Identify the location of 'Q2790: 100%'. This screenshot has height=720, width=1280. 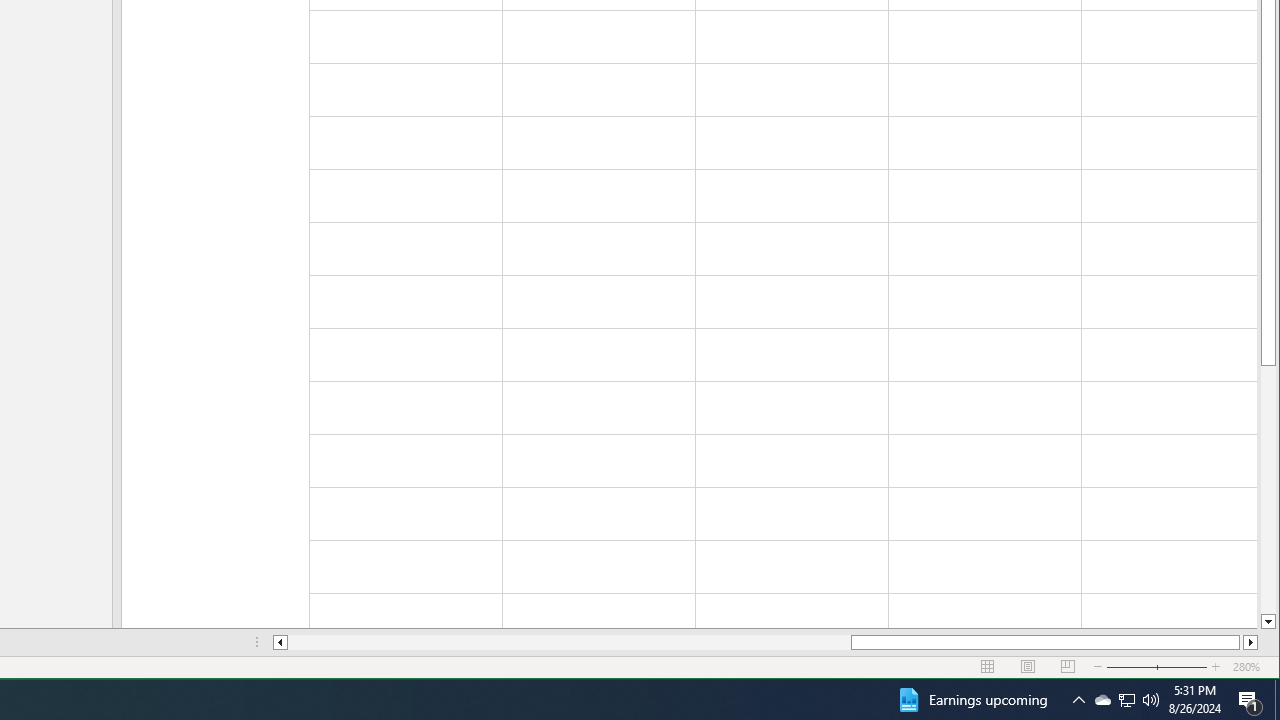
(1127, 698).